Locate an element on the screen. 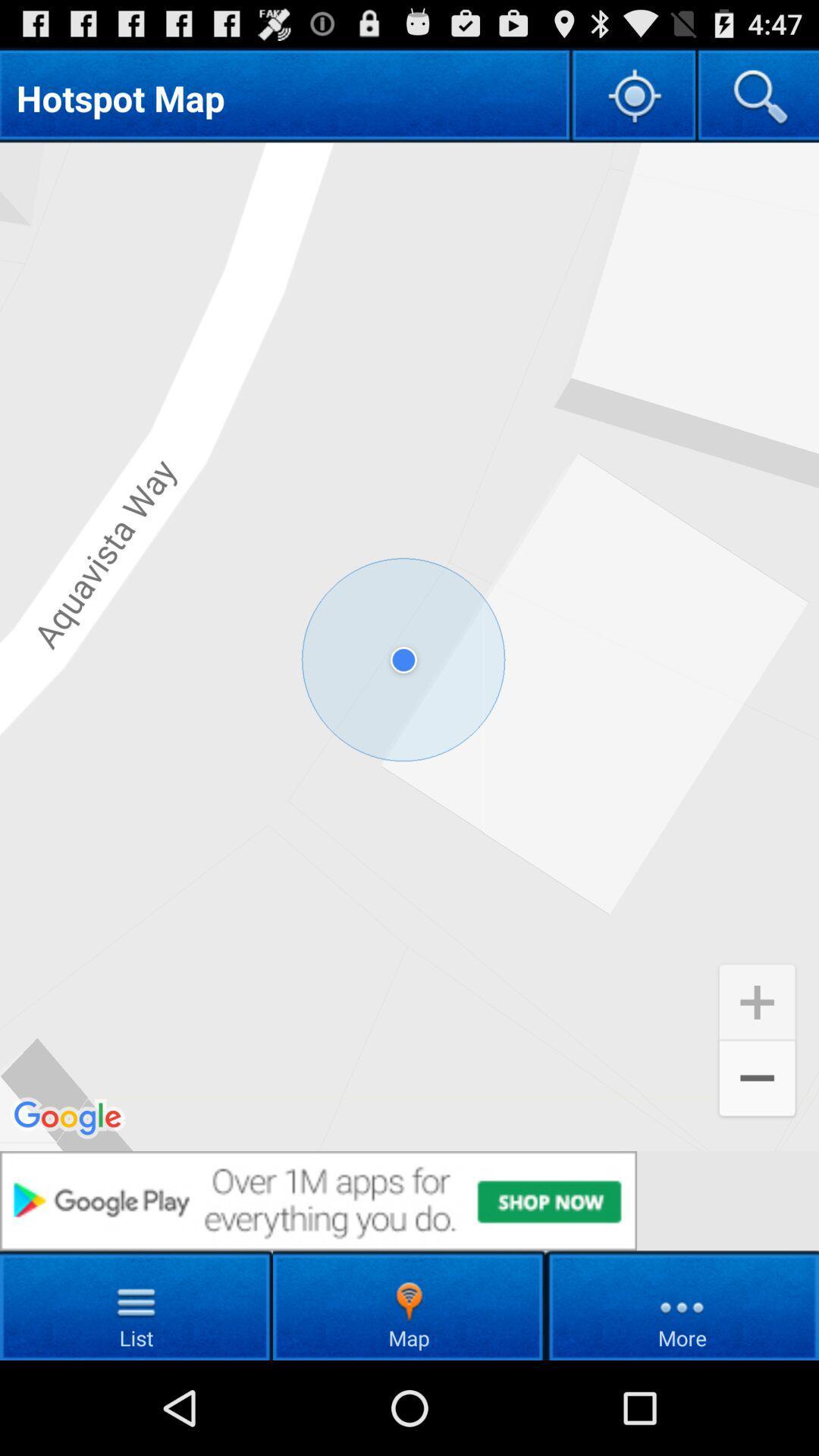 This screenshot has height=1456, width=819. the location_crosshair icon is located at coordinates (632, 101).